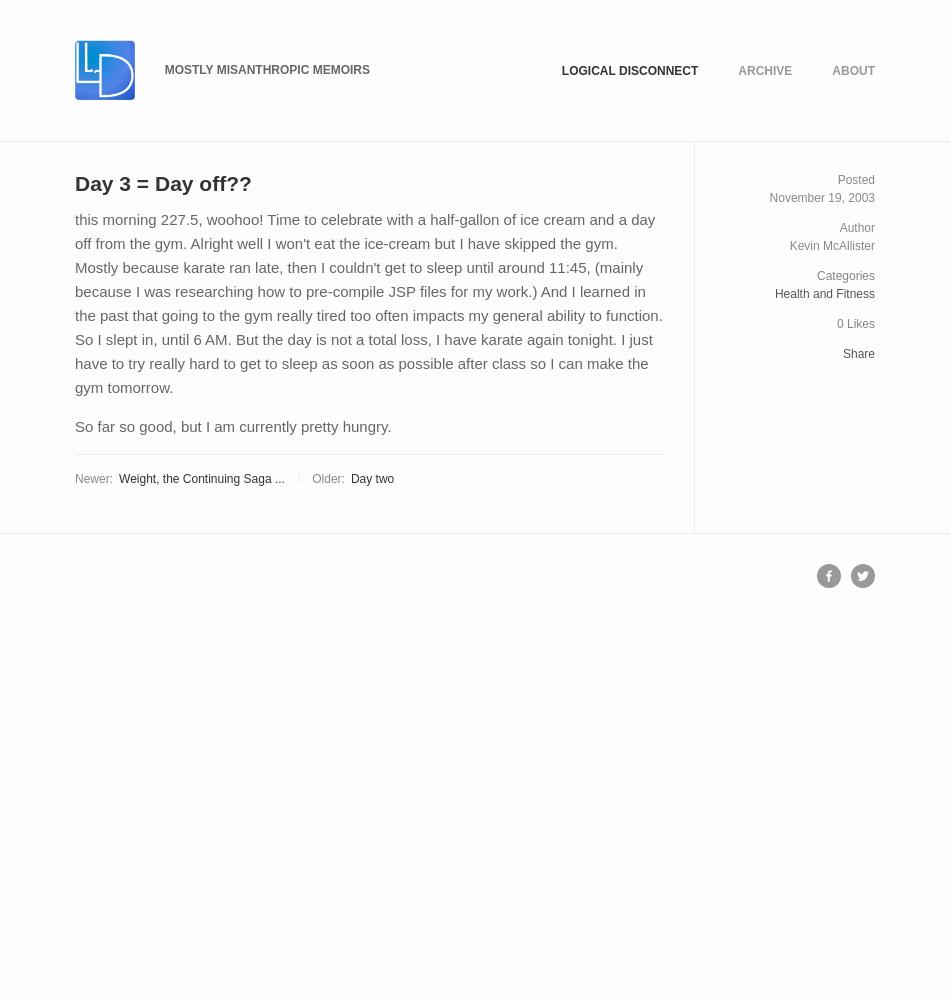  Describe the element at coordinates (327, 477) in the screenshot. I see `'Older:'` at that location.